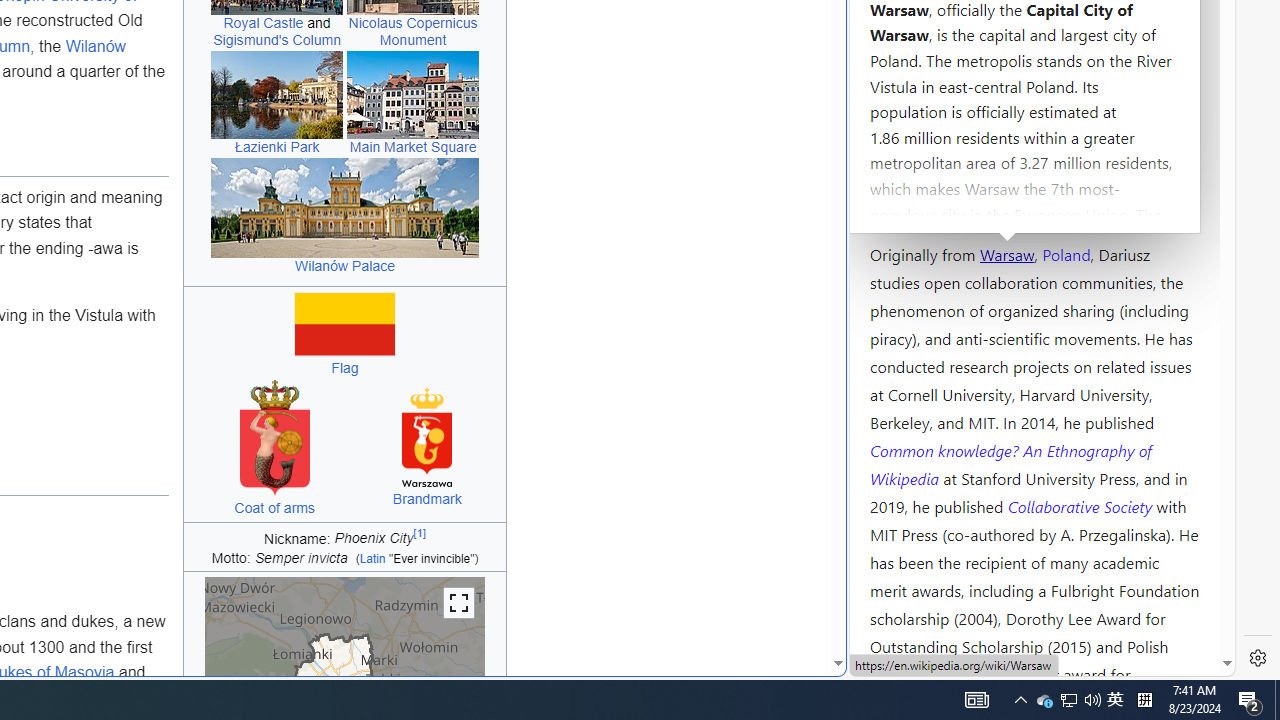 The width and height of the screenshot is (1280, 720). Describe the element at coordinates (458, 602) in the screenshot. I see `'Class: oo-ui-buttonElement-button'` at that location.